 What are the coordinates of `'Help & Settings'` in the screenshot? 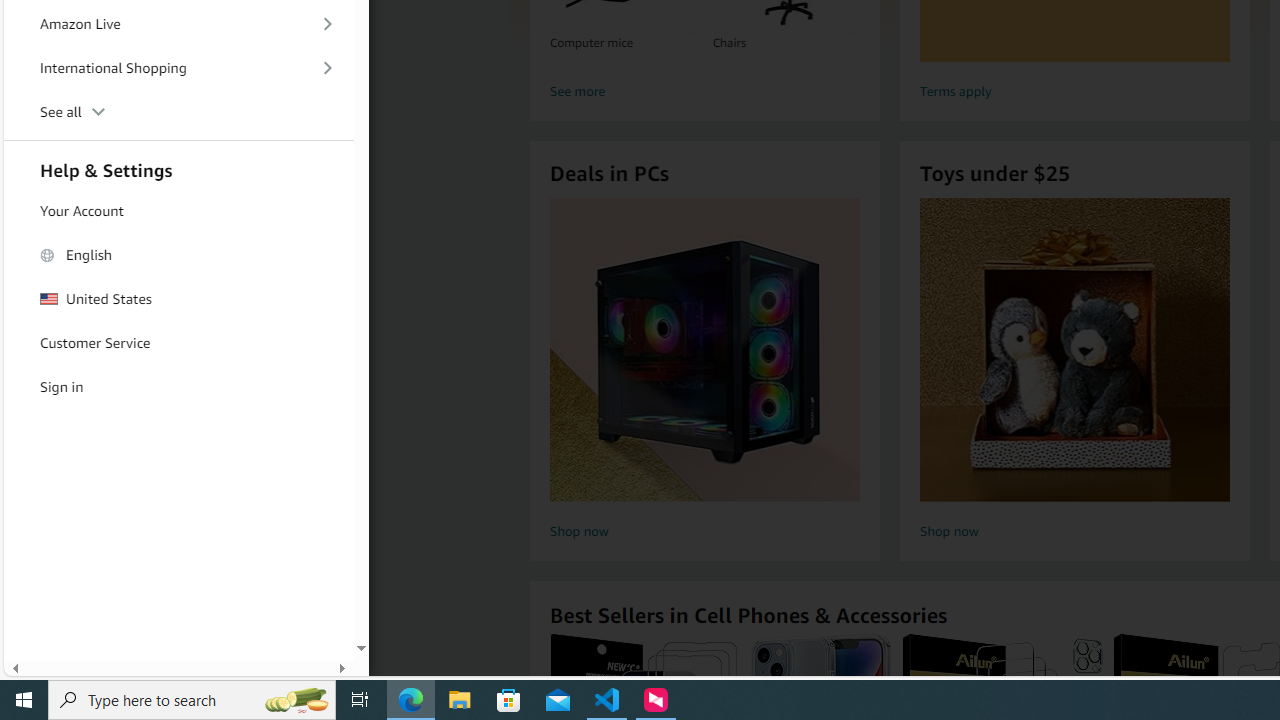 It's located at (179, 167).